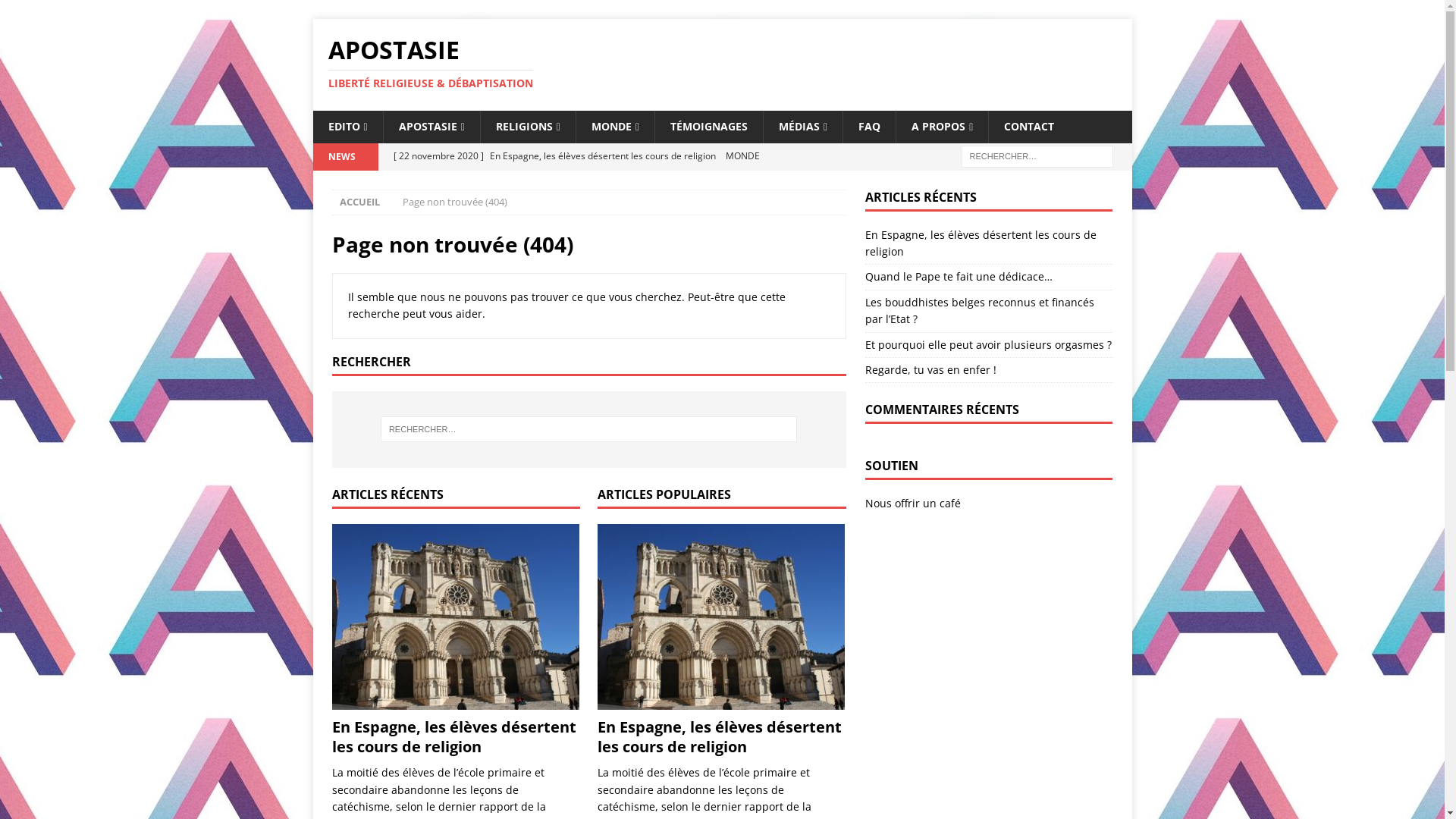  What do you see at coordinates (1028, 125) in the screenshot?
I see `'CONTACT'` at bounding box center [1028, 125].